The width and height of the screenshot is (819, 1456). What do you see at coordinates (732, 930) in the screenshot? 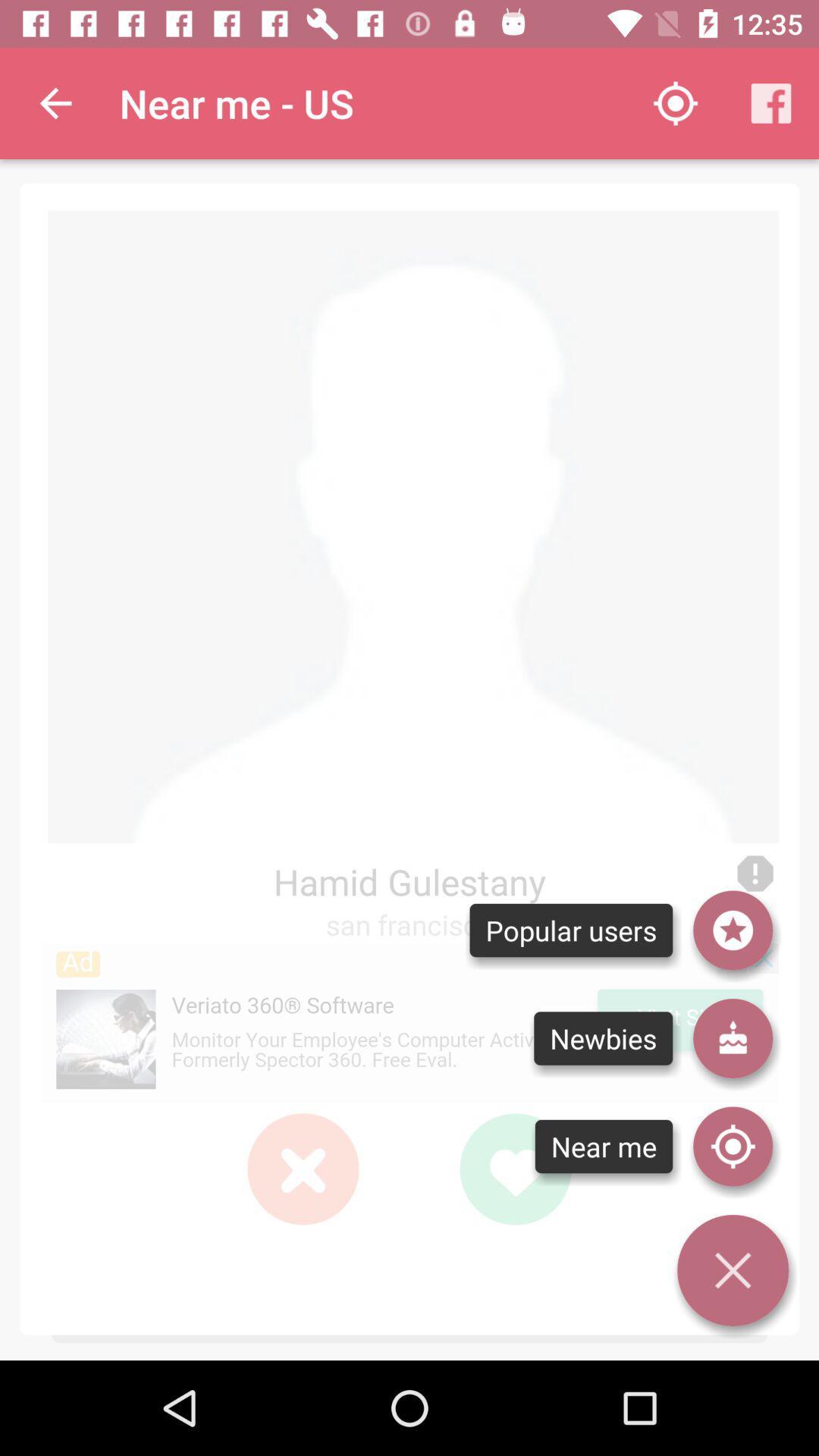
I see `the star icon` at bounding box center [732, 930].